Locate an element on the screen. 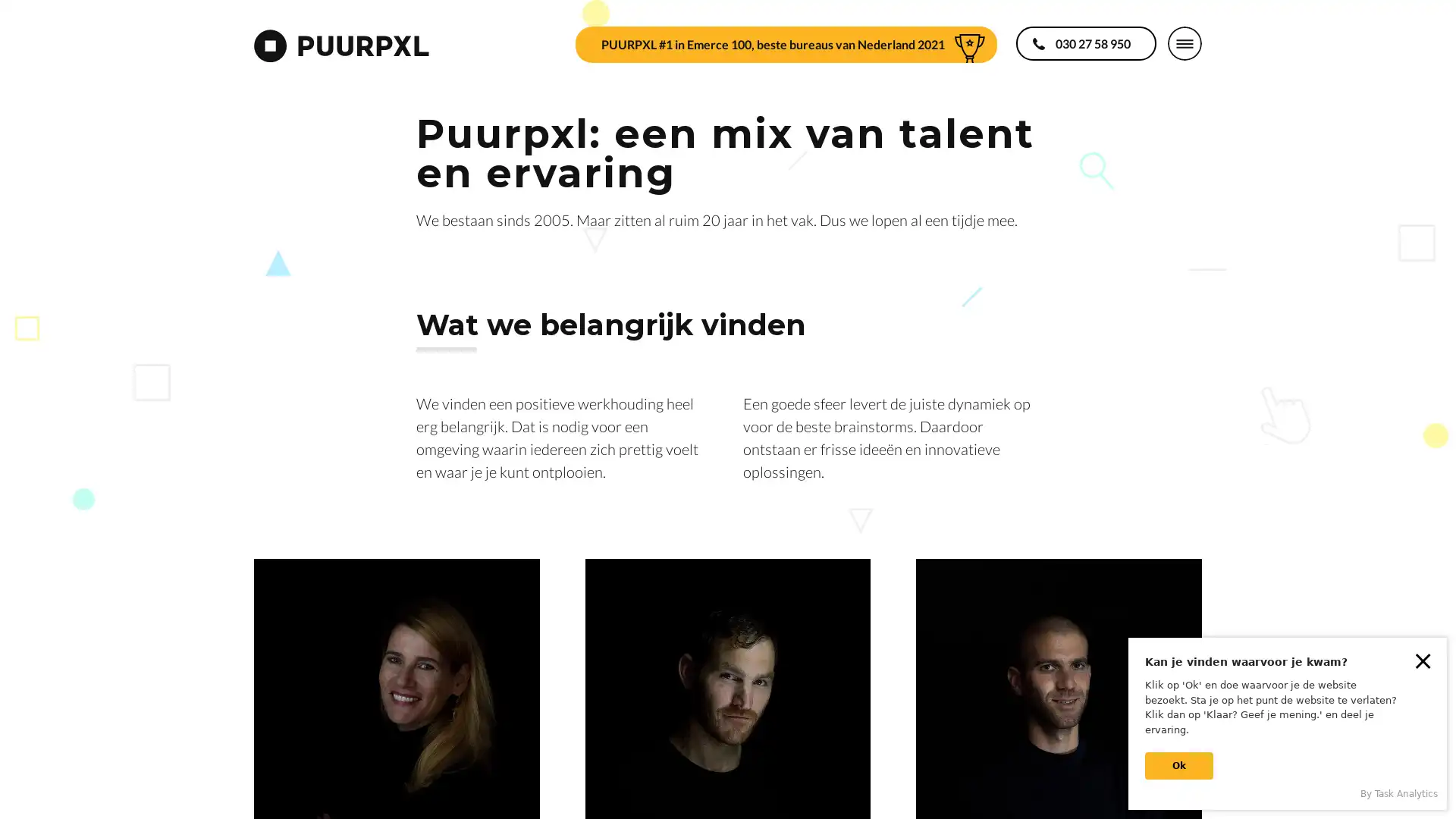 The image size is (1456, 819). Ok is located at coordinates (1178, 766).